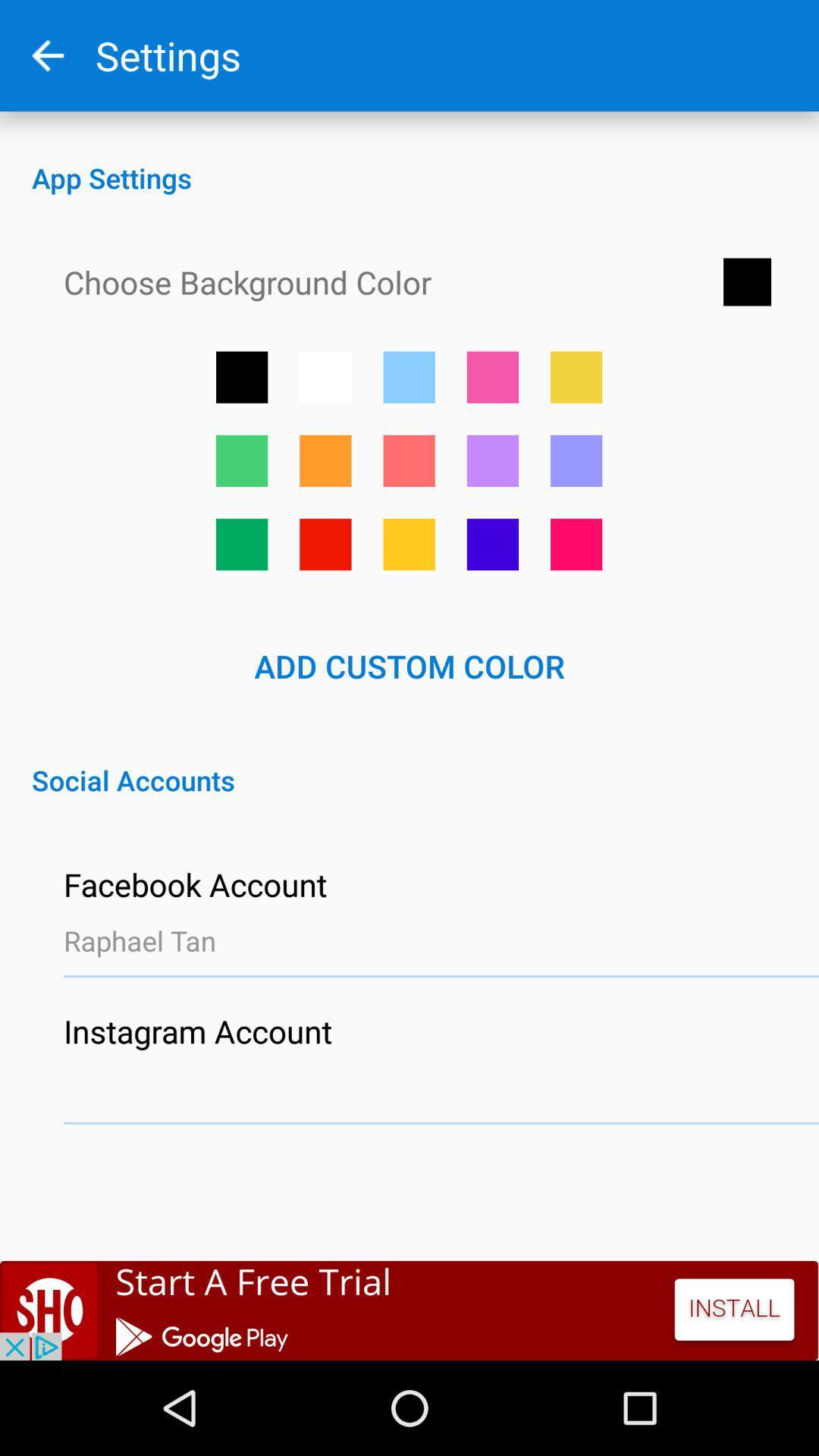 The image size is (819, 1456). Describe the element at coordinates (576, 460) in the screenshot. I see `color` at that location.